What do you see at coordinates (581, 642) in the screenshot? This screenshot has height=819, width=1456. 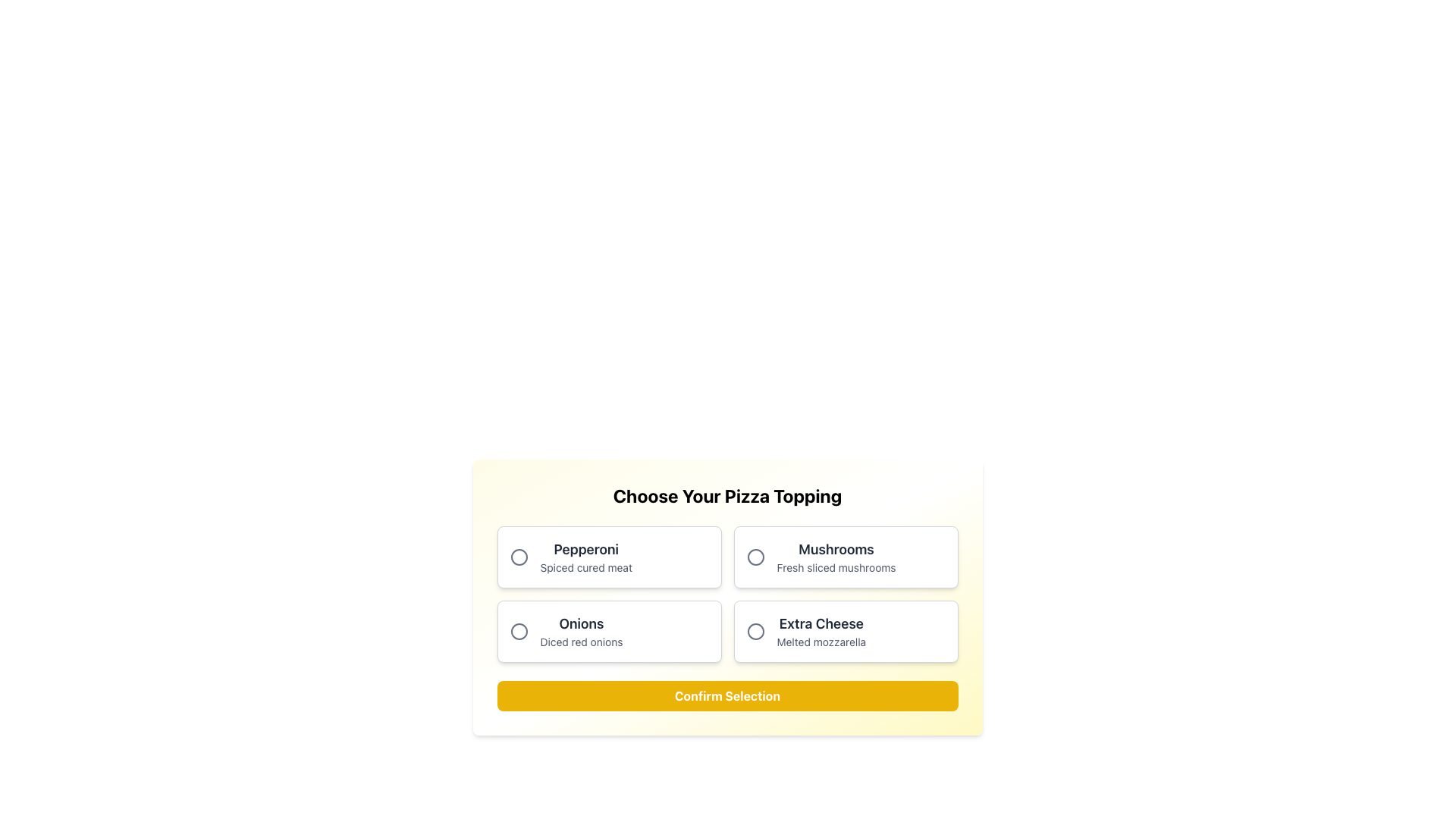 I see `the text label displaying 'Diced red onions', which is located beneath the text 'Onions' in the bottom-left grid cell of the displayed menu` at bounding box center [581, 642].